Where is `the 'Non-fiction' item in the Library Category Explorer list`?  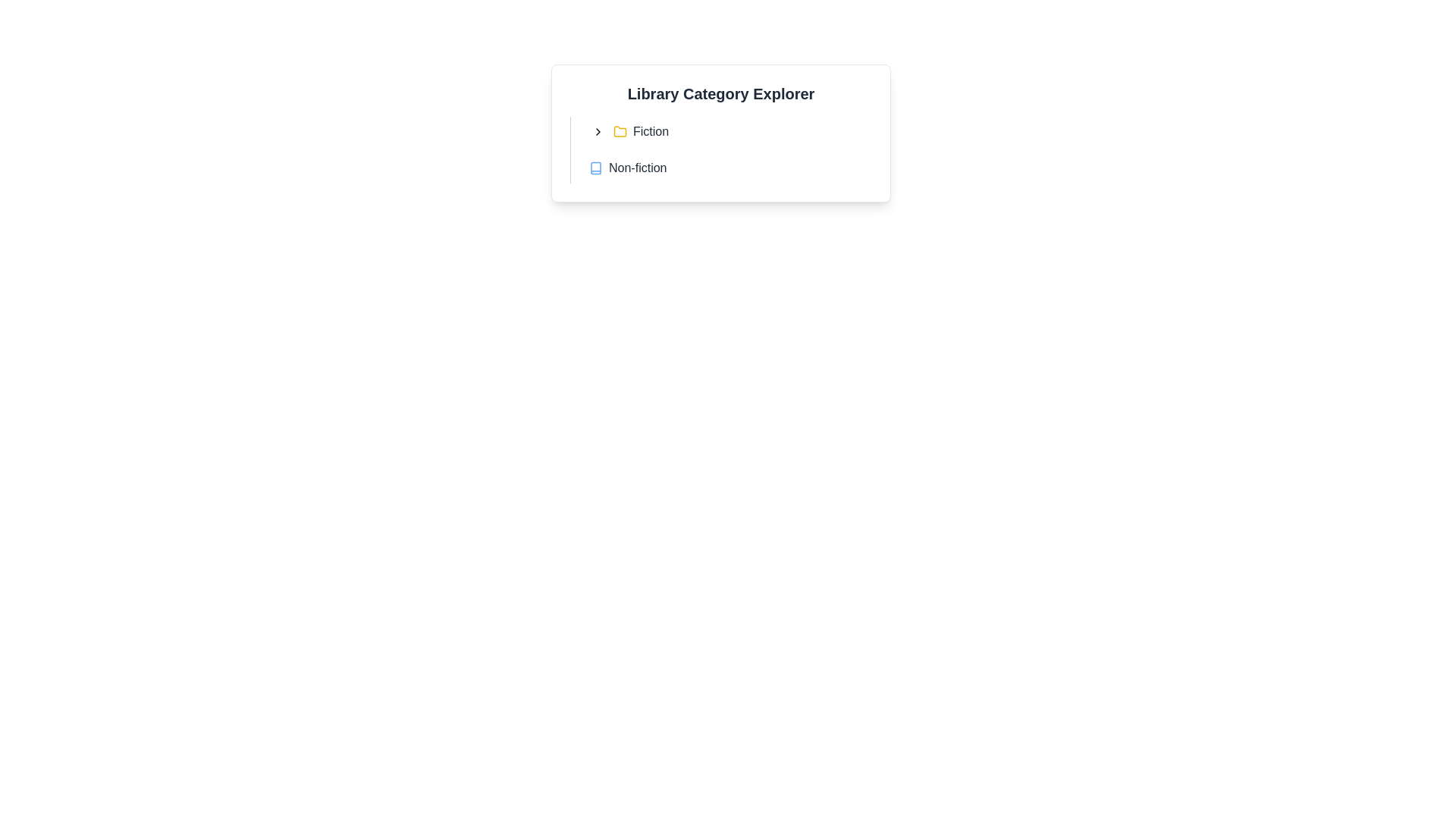 the 'Non-fiction' item in the Library Category Explorer list is located at coordinates (720, 149).